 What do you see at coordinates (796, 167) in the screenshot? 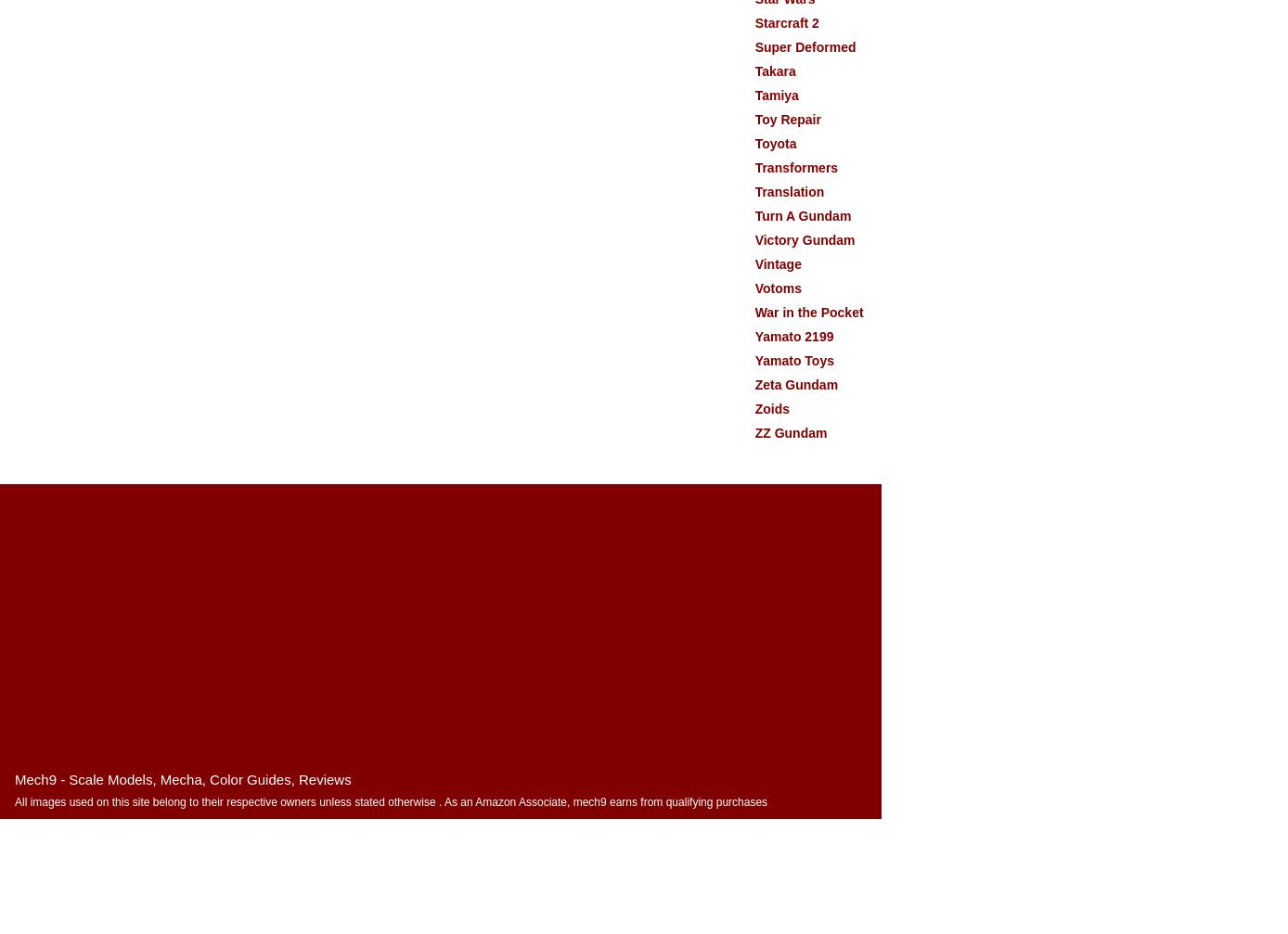
I see `'Transformers'` at bounding box center [796, 167].